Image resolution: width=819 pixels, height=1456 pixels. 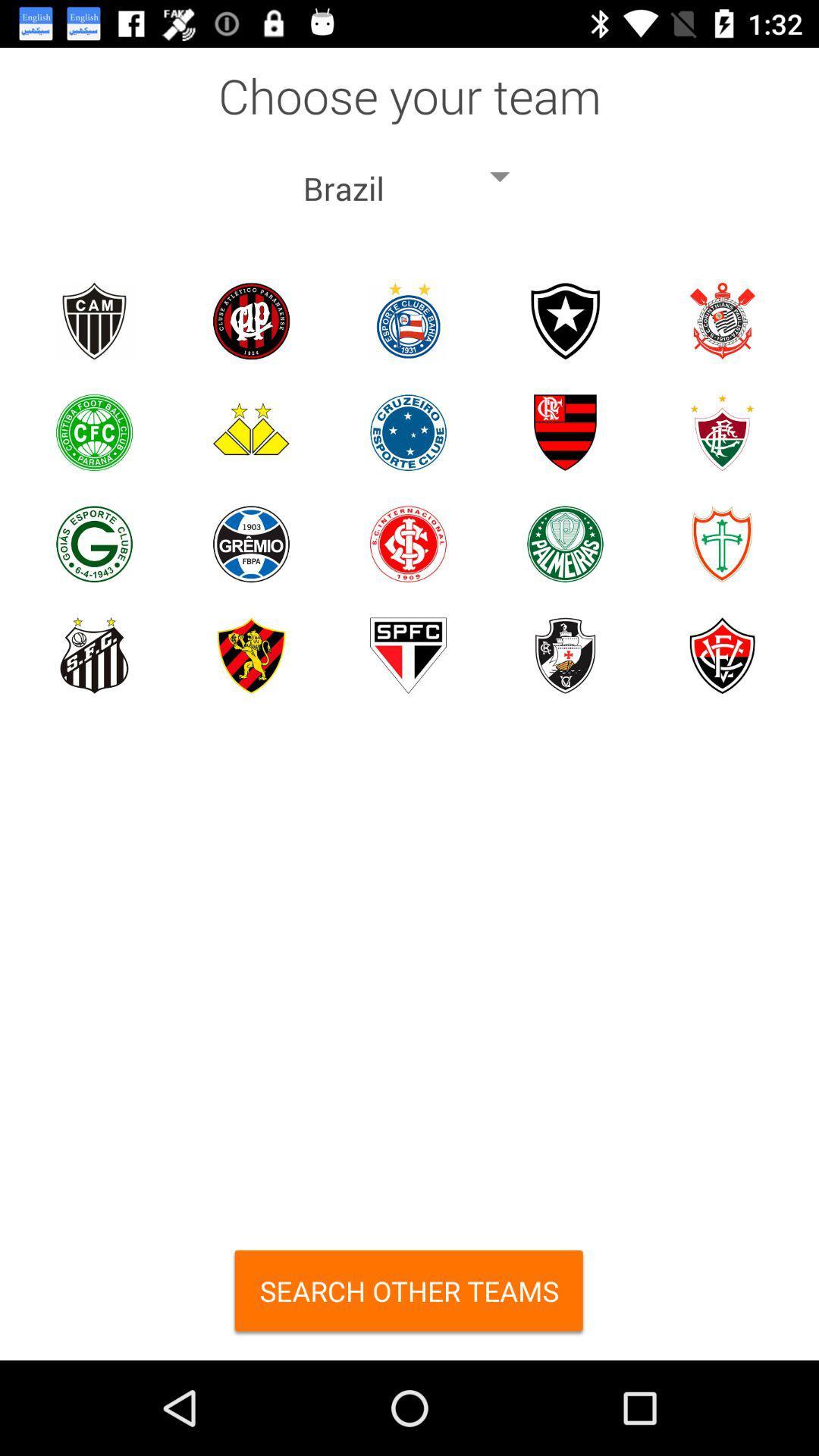 What do you see at coordinates (565, 544) in the screenshot?
I see `team logo selection option` at bounding box center [565, 544].